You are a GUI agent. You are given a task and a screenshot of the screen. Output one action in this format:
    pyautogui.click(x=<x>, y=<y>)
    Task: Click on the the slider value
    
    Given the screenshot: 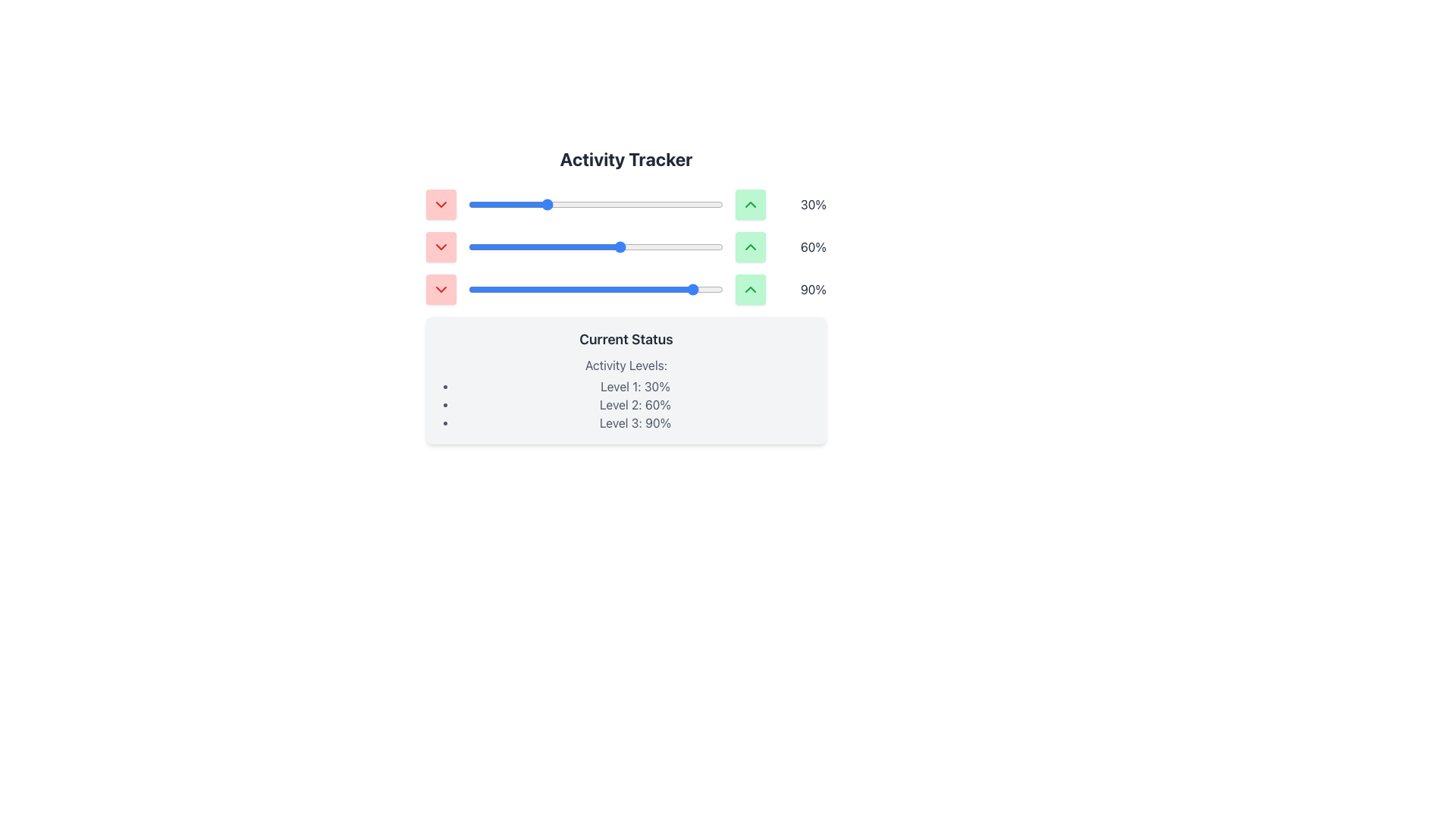 What is the action you would take?
    pyautogui.click(x=651, y=246)
    